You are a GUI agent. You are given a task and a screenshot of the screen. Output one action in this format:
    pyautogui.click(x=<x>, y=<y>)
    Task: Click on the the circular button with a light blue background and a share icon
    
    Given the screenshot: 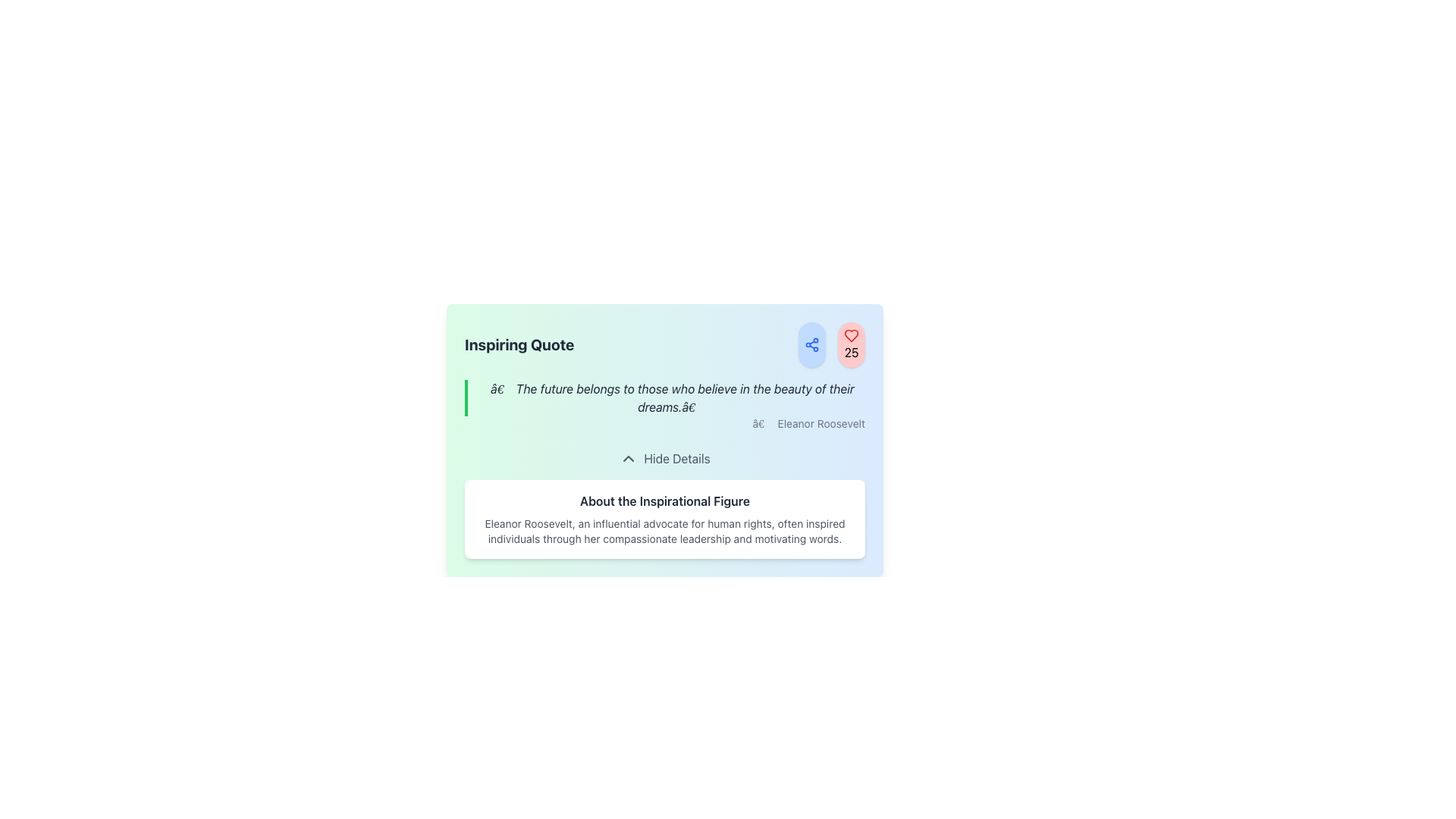 What is the action you would take?
    pyautogui.click(x=811, y=345)
    